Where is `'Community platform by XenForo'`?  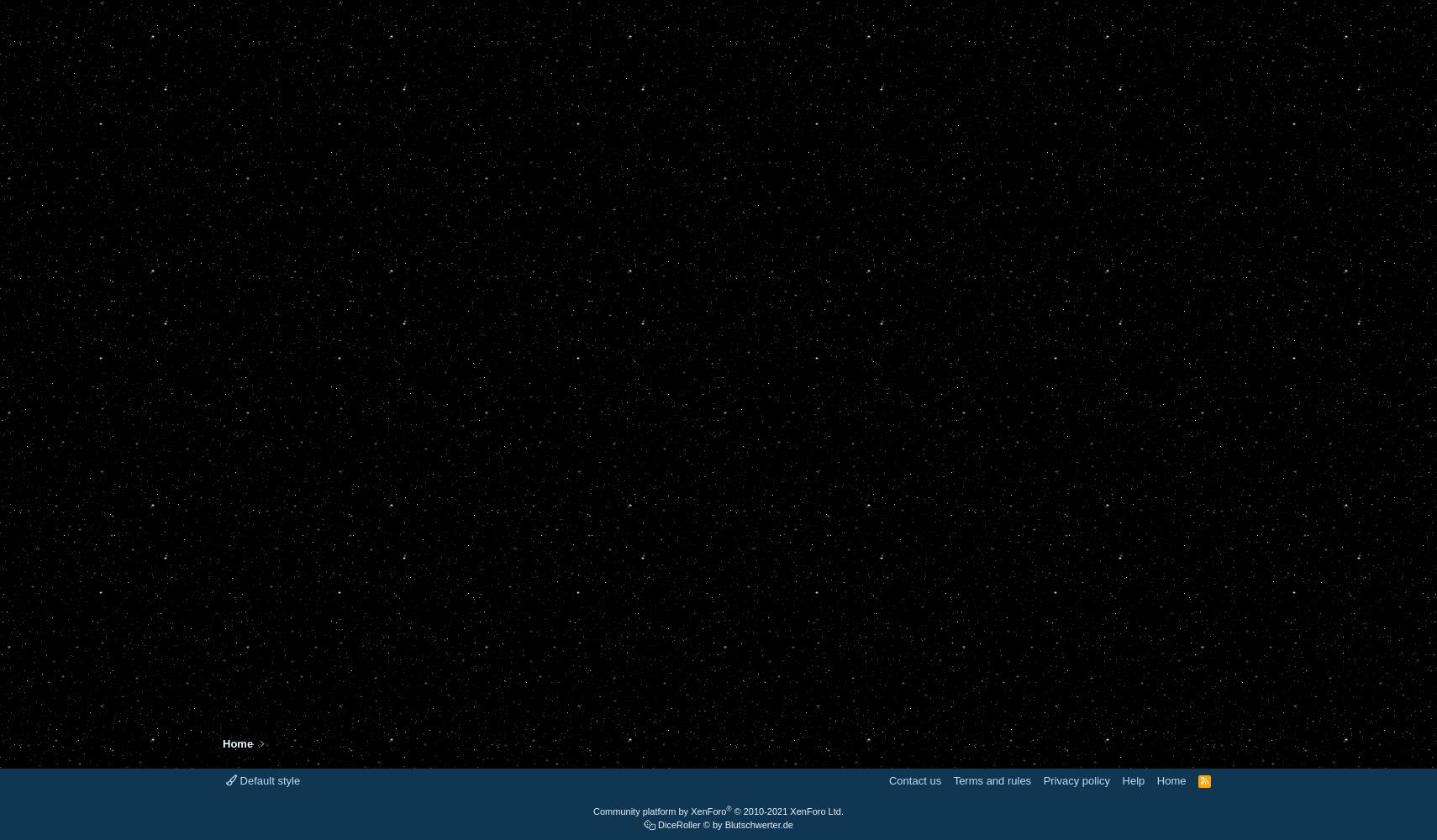
'Community platform by XenForo' is located at coordinates (660, 811).